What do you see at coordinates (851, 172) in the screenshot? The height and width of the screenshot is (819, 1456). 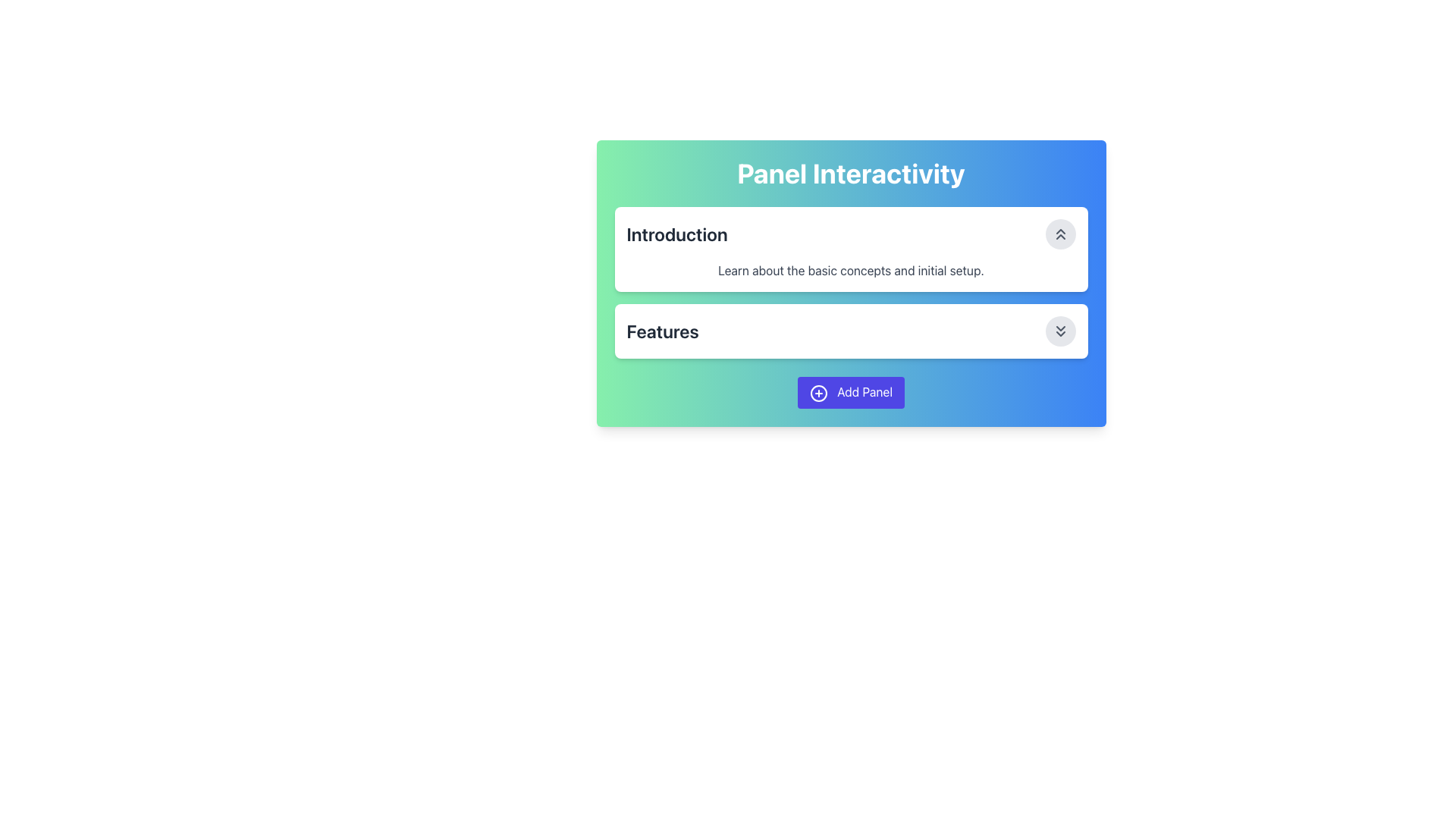 I see `the bold, large-sized white text label stating 'Panel Interactivity' at the top center of the gradient-styled panel` at bounding box center [851, 172].